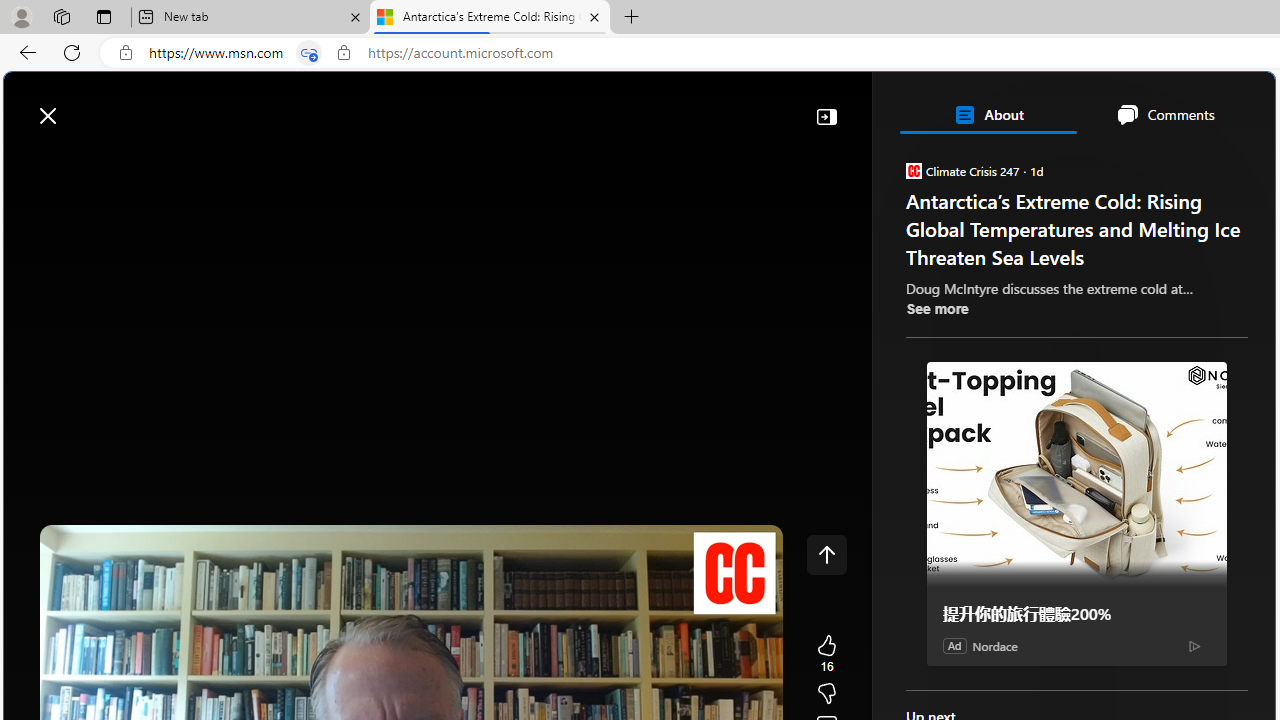 This screenshot has width=1280, height=720. What do you see at coordinates (912, 169) in the screenshot?
I see `'Climate Crisis 247'` at bounding box center [912, 169].